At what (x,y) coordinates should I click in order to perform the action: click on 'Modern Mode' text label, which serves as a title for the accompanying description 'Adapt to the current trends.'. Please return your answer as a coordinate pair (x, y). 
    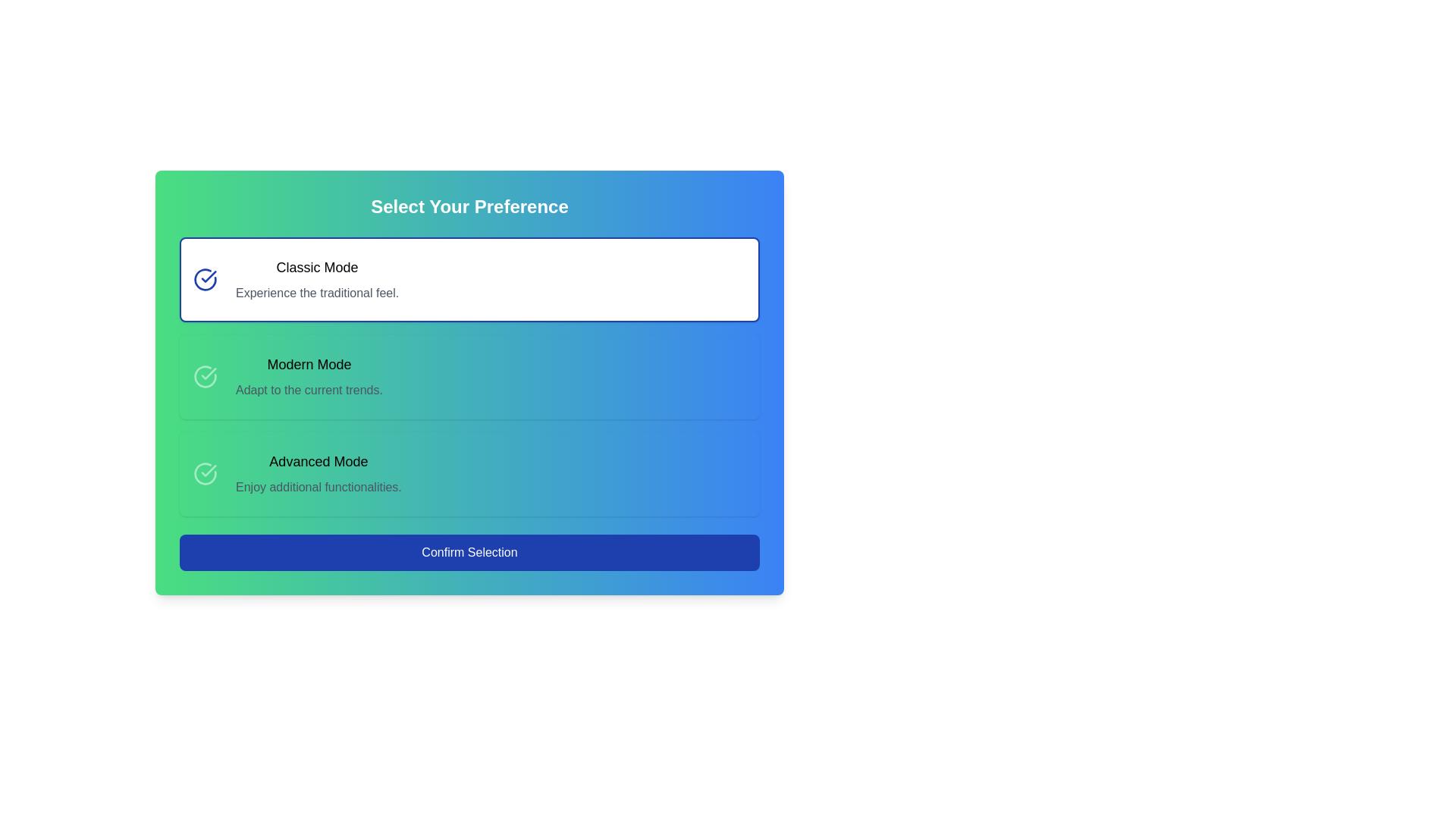
    Looking at the image, I should click on (309, 365).